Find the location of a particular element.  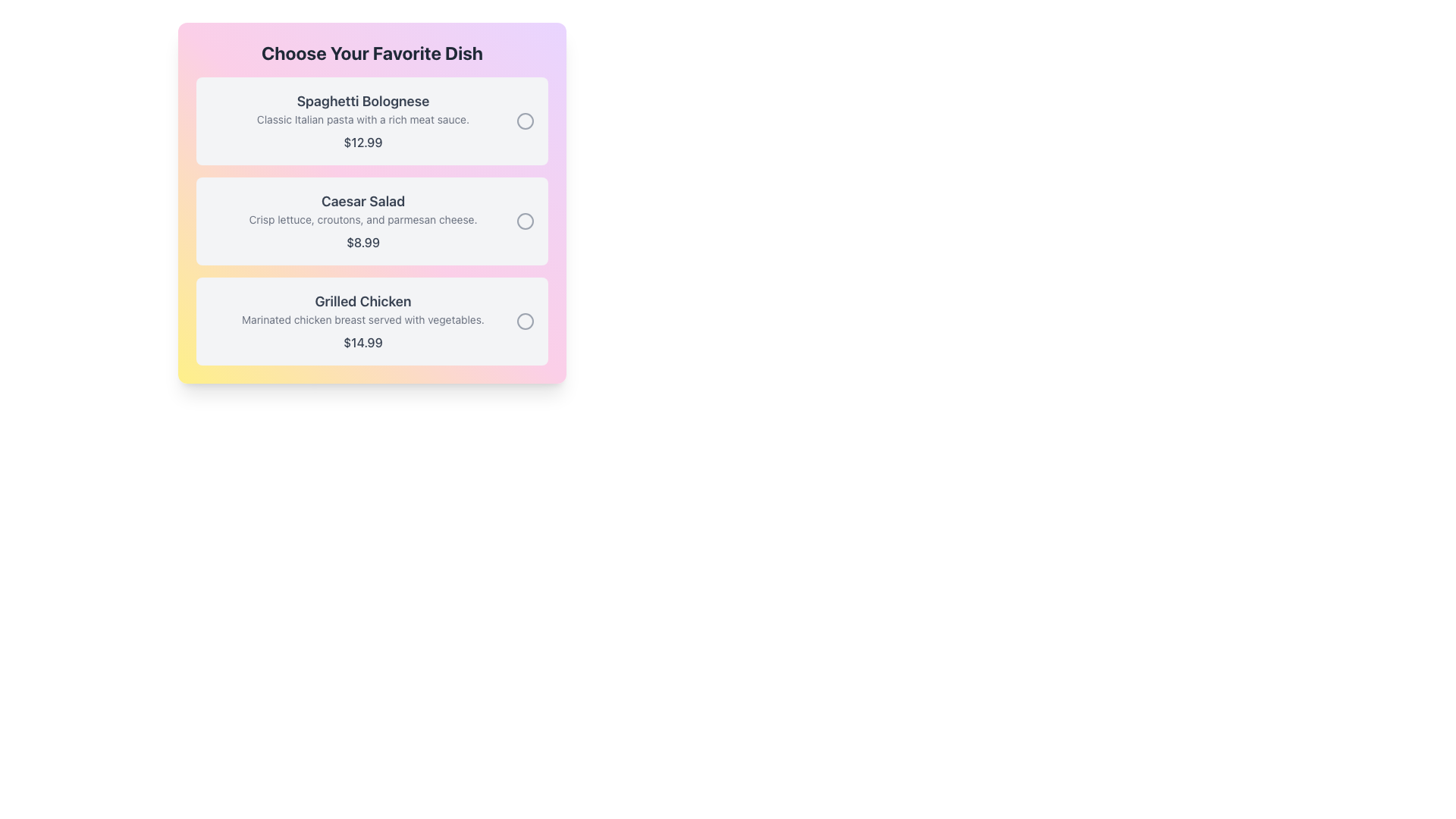

the radio button associated with the 'Grilled Chicken' option, which is a circular icon with a gray border and white background located near the price '$14.99' is located at coordinates (525, 321).